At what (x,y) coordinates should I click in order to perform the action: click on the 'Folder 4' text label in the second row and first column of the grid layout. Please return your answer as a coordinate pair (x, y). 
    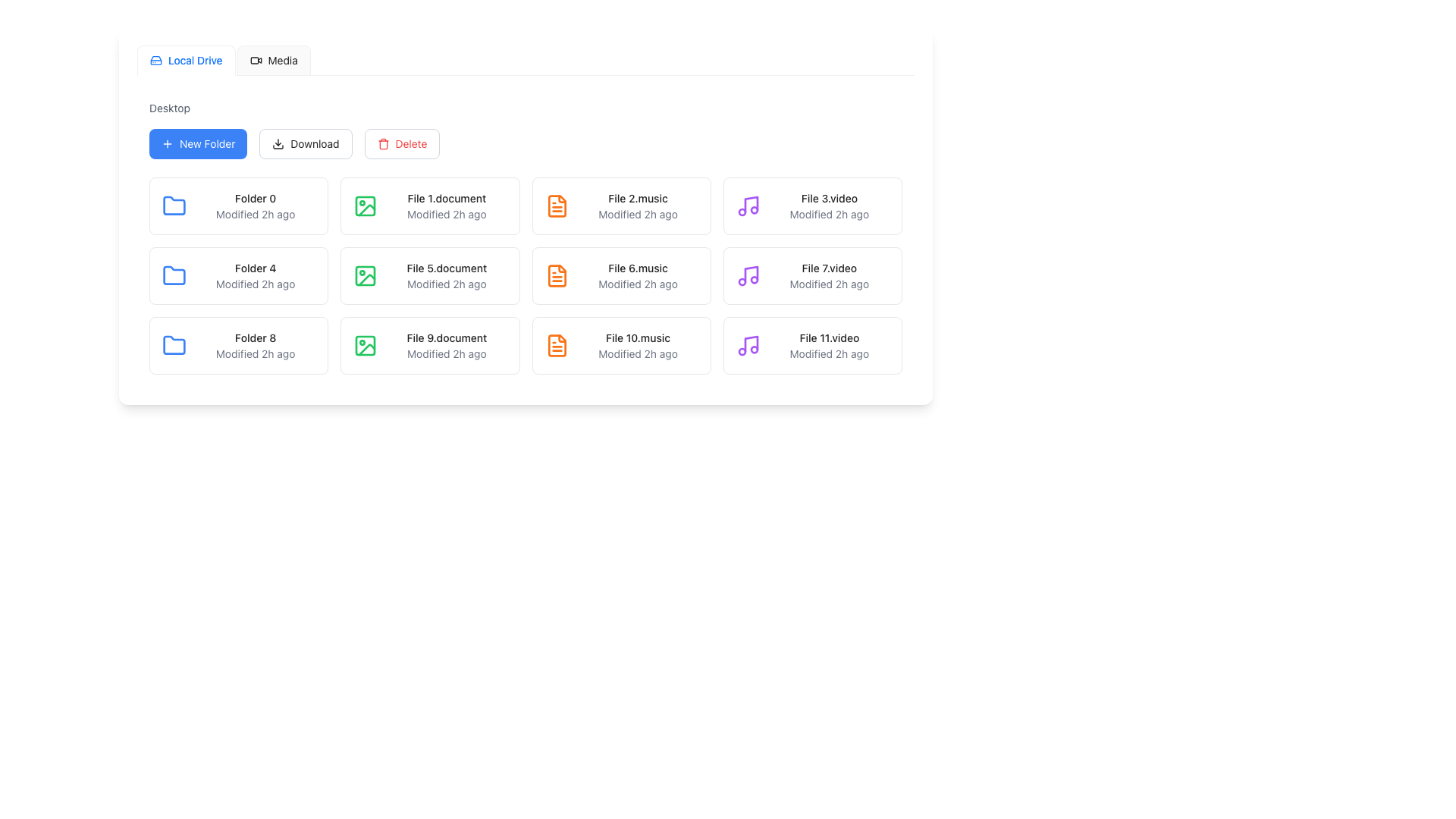
    Looking at the image, I should click on (256, 268).